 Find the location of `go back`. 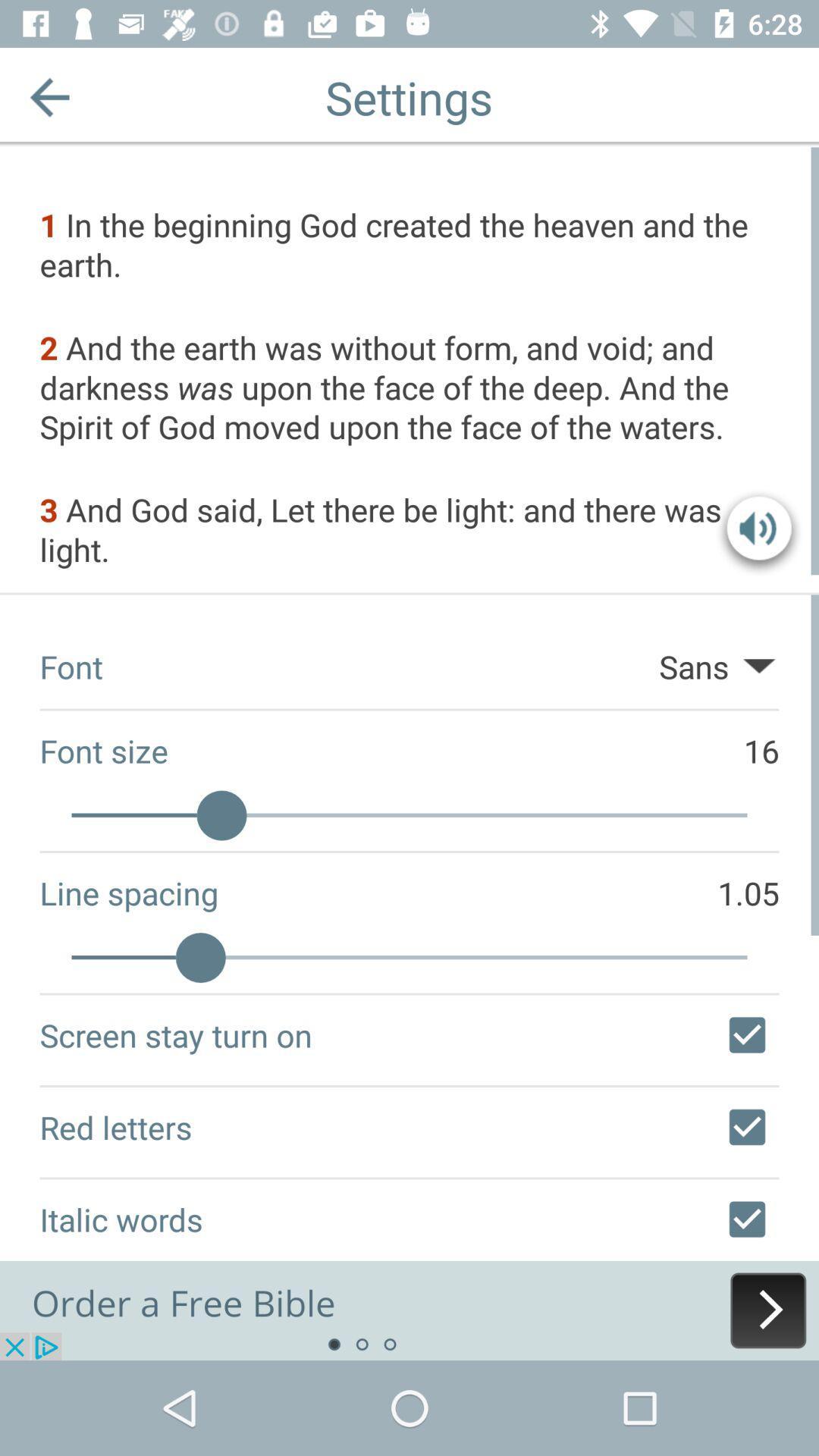

go back is located at coordinates (49, 96).